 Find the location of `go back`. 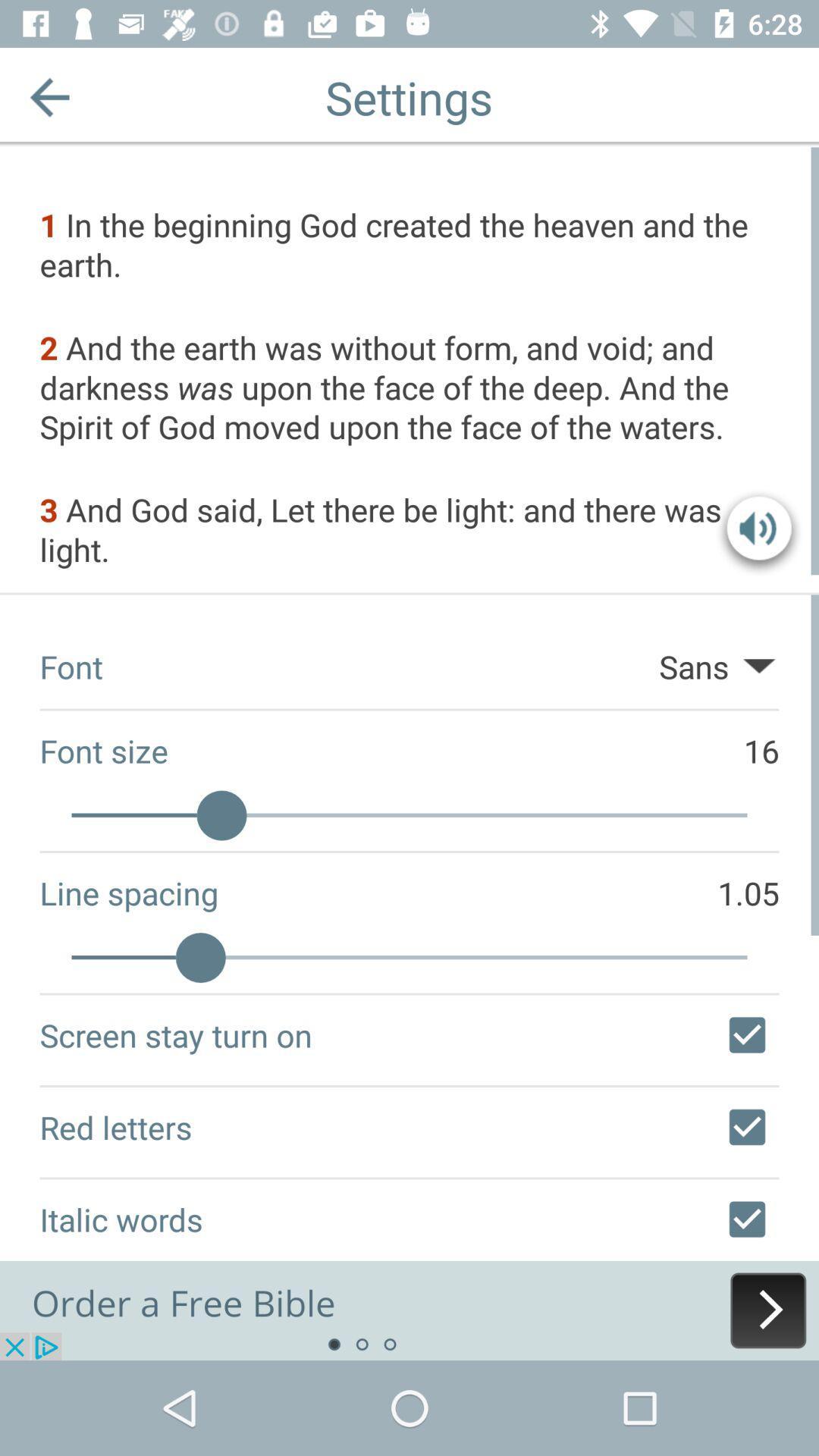

go back is located at coordinates (49, 96).